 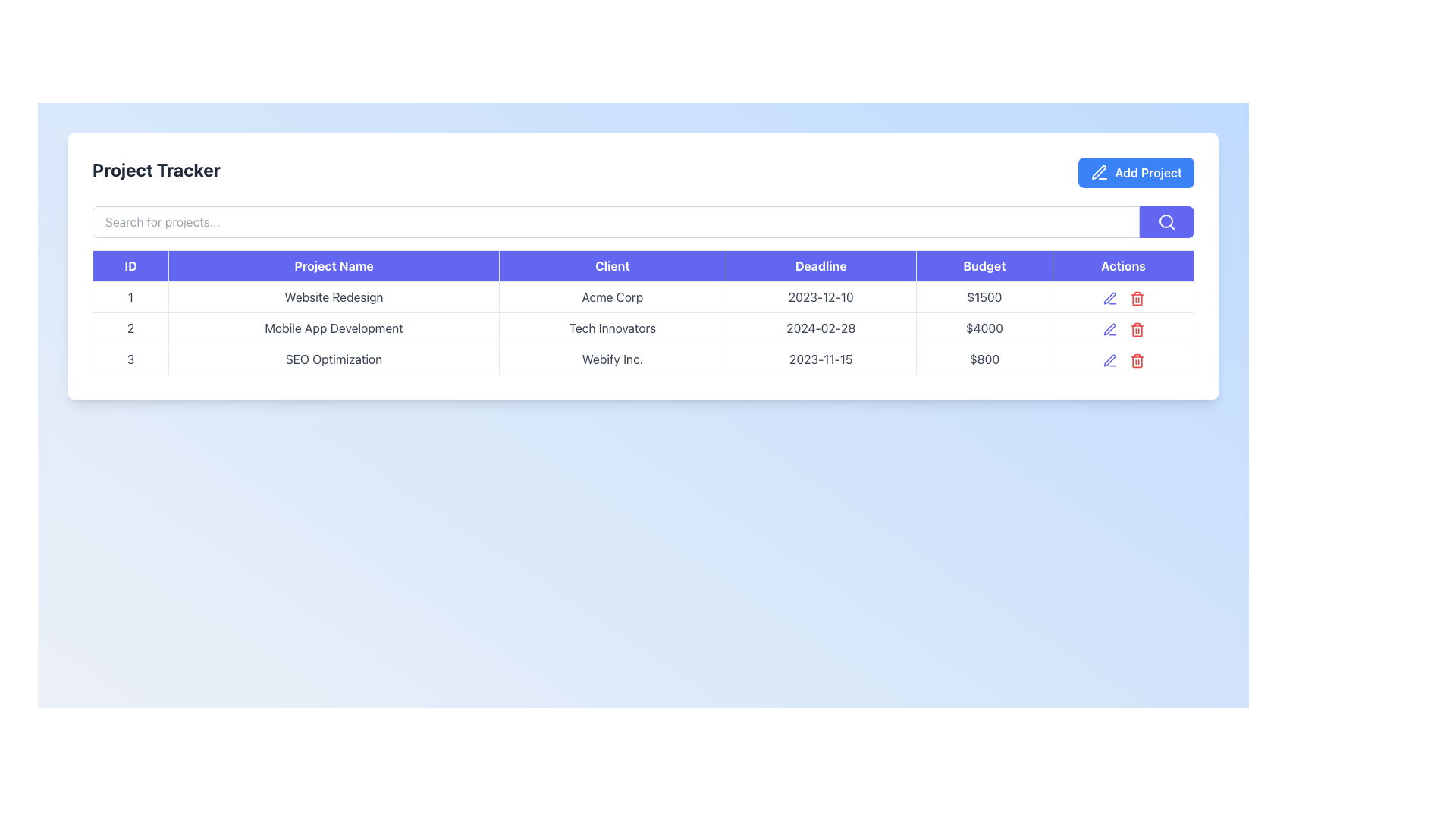 I want to click on the Text Display element that shows the project name in the third row of the table, located between the 'ID' column with text '3' and the 'Client' column with text 'Webify Inc.', so click(x=333, y=359).